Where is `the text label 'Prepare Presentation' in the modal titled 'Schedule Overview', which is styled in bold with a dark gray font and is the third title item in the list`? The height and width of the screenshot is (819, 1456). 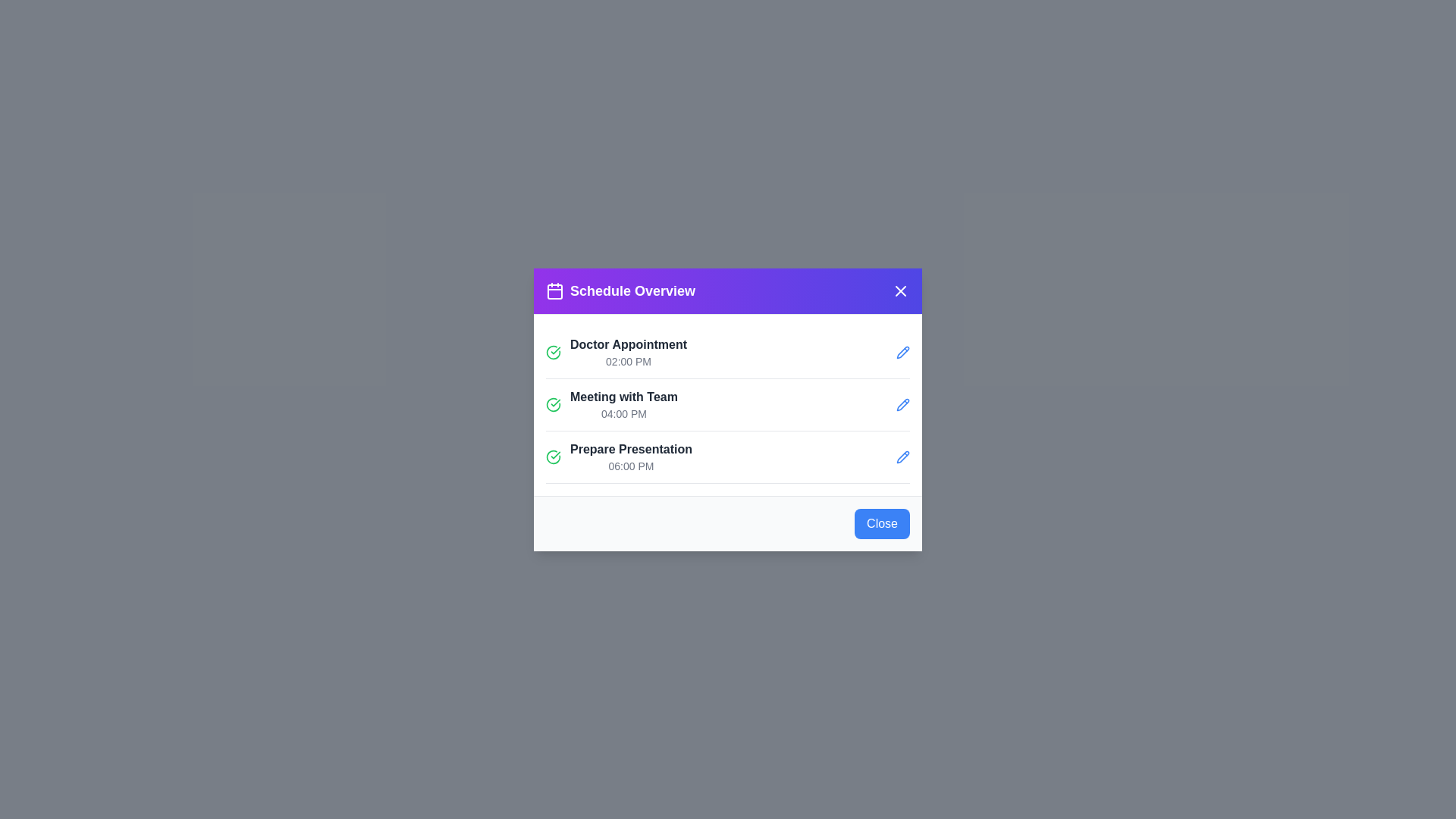 the text label 'Prepare Presentation' in the modal titled 'Schedule Overview', which is styled in bold with a dark gray font and is the third title item in the list is located at coordinates (631, 448).